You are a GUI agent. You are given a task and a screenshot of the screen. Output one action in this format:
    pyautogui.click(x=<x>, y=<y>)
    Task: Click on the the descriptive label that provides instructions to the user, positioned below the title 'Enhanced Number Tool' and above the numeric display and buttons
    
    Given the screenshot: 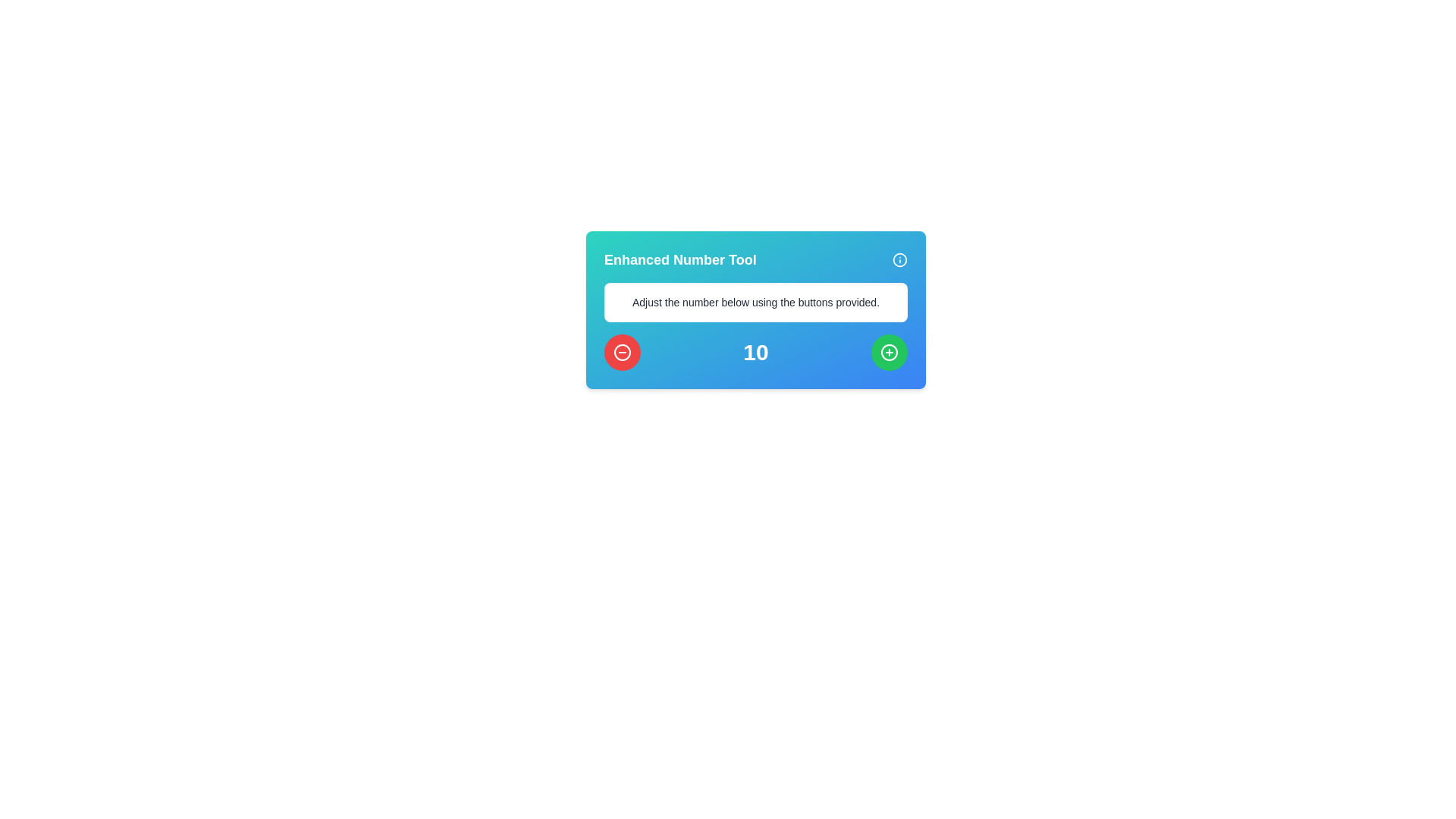 What is the action you would take?
    pyautogui.click(x=756, y=302)
    